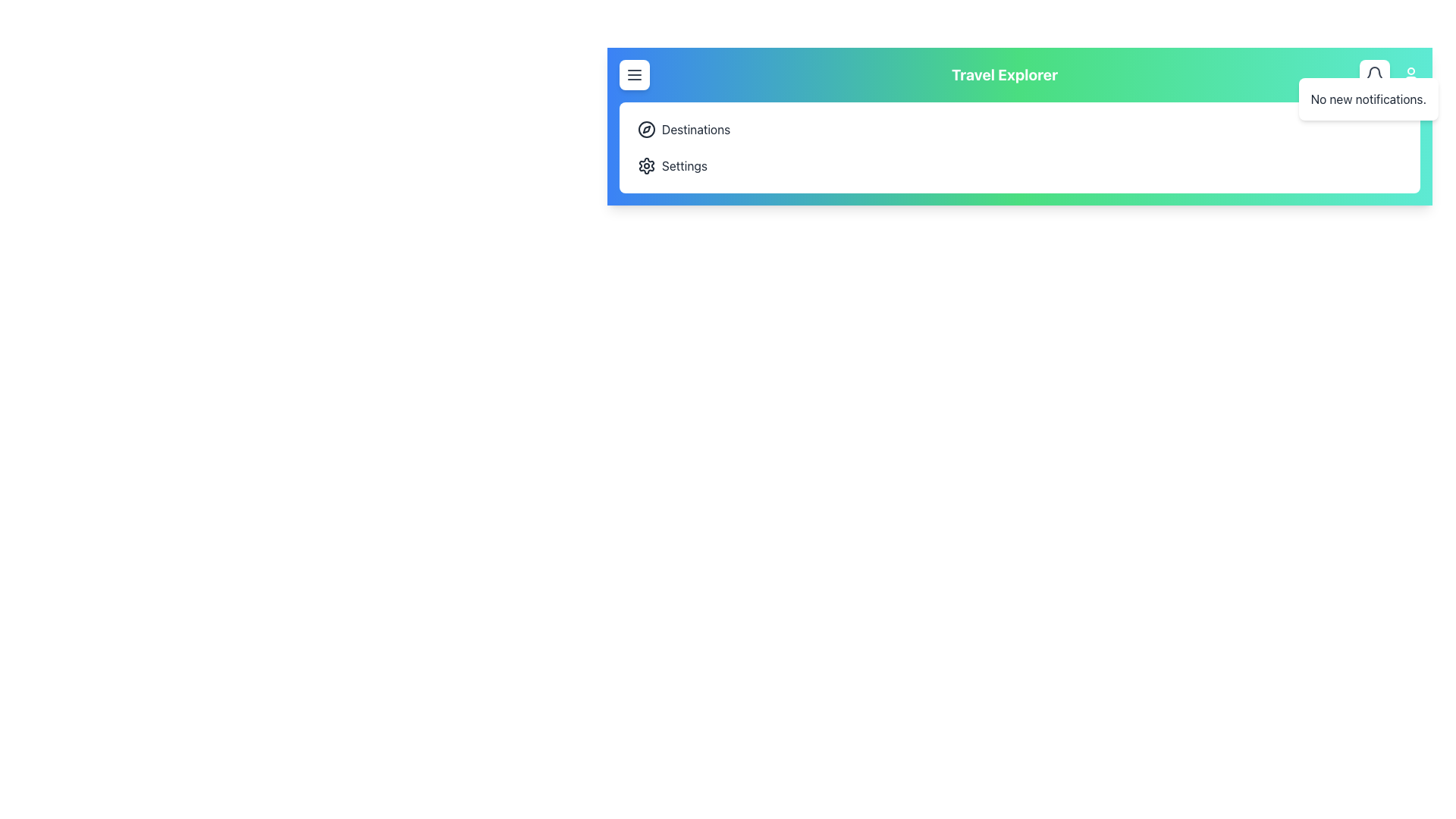 The height and width of the screenshot is (819, 1456). Describe the element at coordinates (647, 166) in the screenshot. I see `the settings icon located in the secondary navigation menu below the 'Travel Explorer' header, which is the second item labeled 'Settings'` at that location.